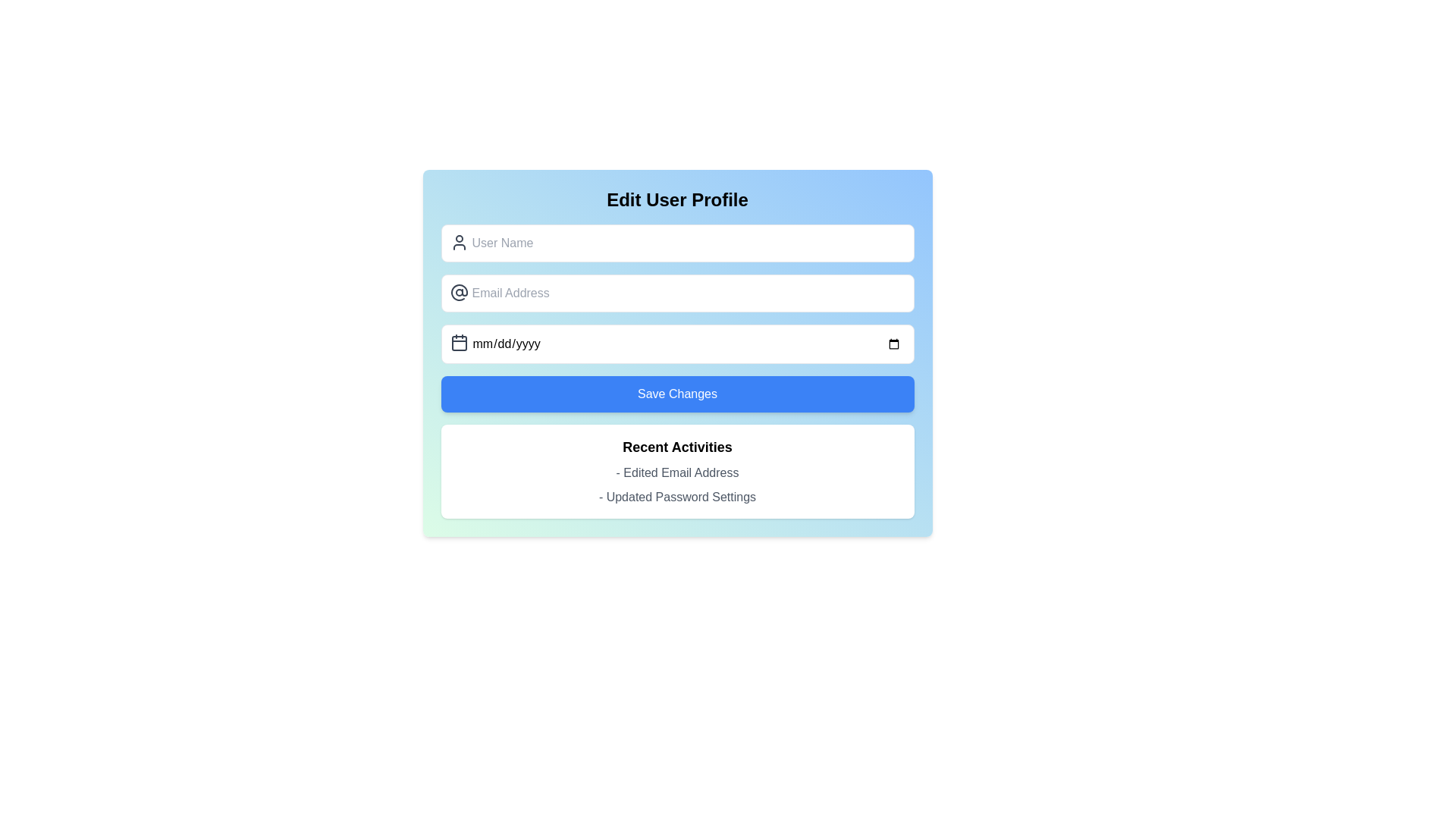 Image resolution: width=1456 pixels, height=819 pixels. I want to click on the text label heading 'Recent Activities', which is bold and slightly larger, positioned at the top of its section above the items '- Edited Email Address' and '- Updated Password Settings', so click(676, 447).